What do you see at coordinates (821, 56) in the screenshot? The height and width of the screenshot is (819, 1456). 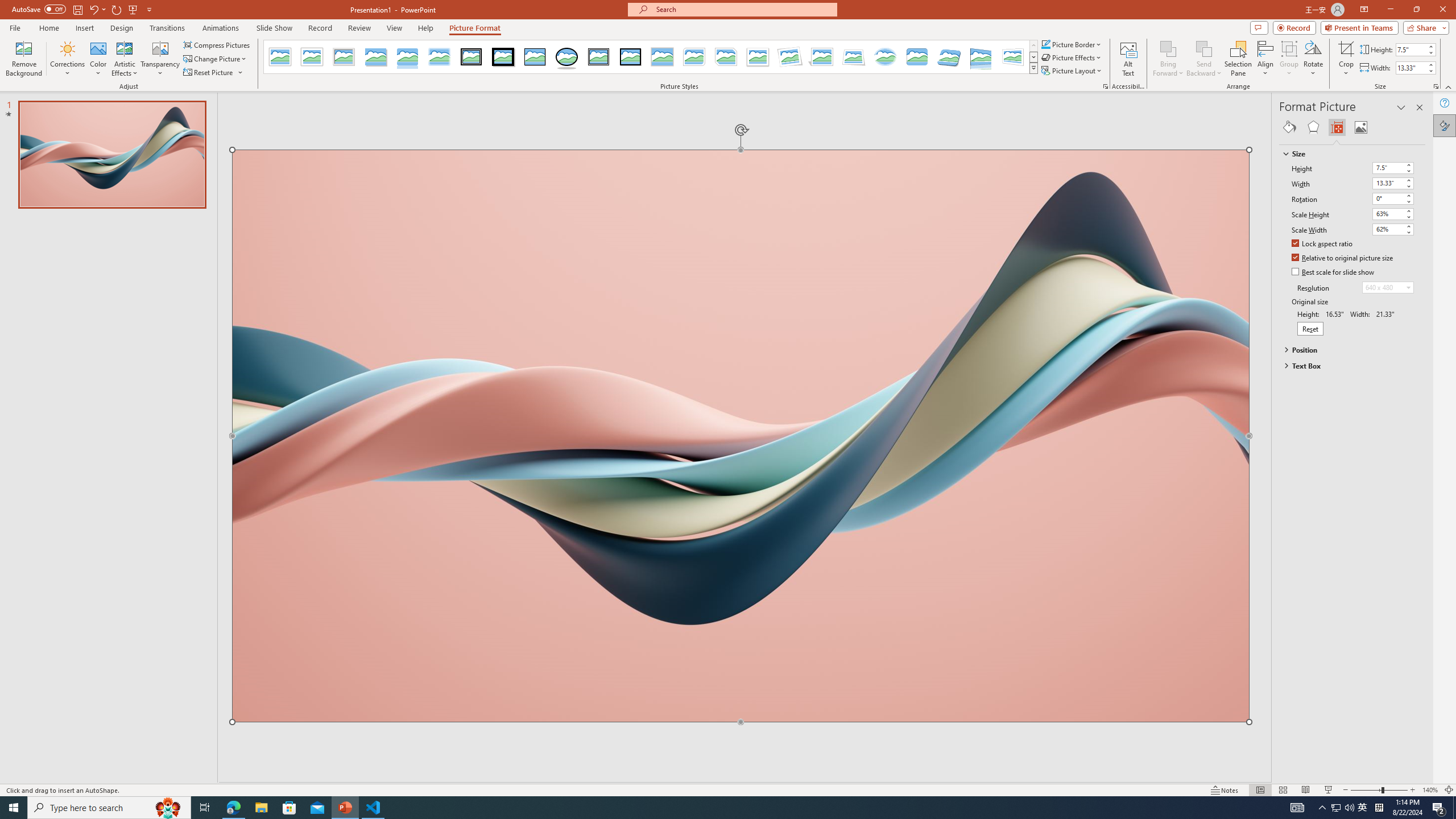 I see `'Perspective Shadow, White'` at bounding box center [821, 56].